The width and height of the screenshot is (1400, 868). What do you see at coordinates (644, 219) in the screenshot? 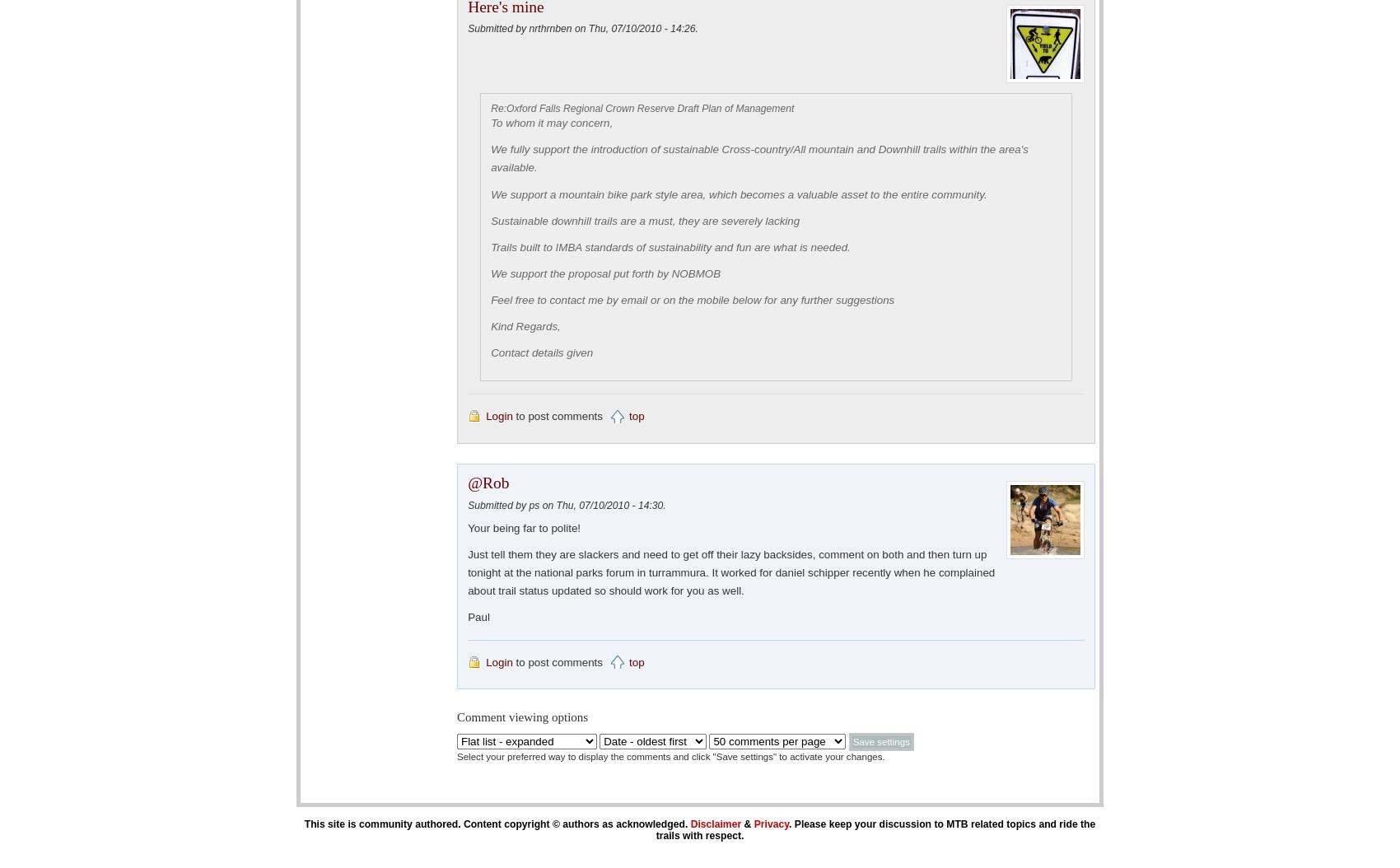
I see `'Sustainable downhill trails are a must, they are severely lacking'` at bounding box center [644, 219].